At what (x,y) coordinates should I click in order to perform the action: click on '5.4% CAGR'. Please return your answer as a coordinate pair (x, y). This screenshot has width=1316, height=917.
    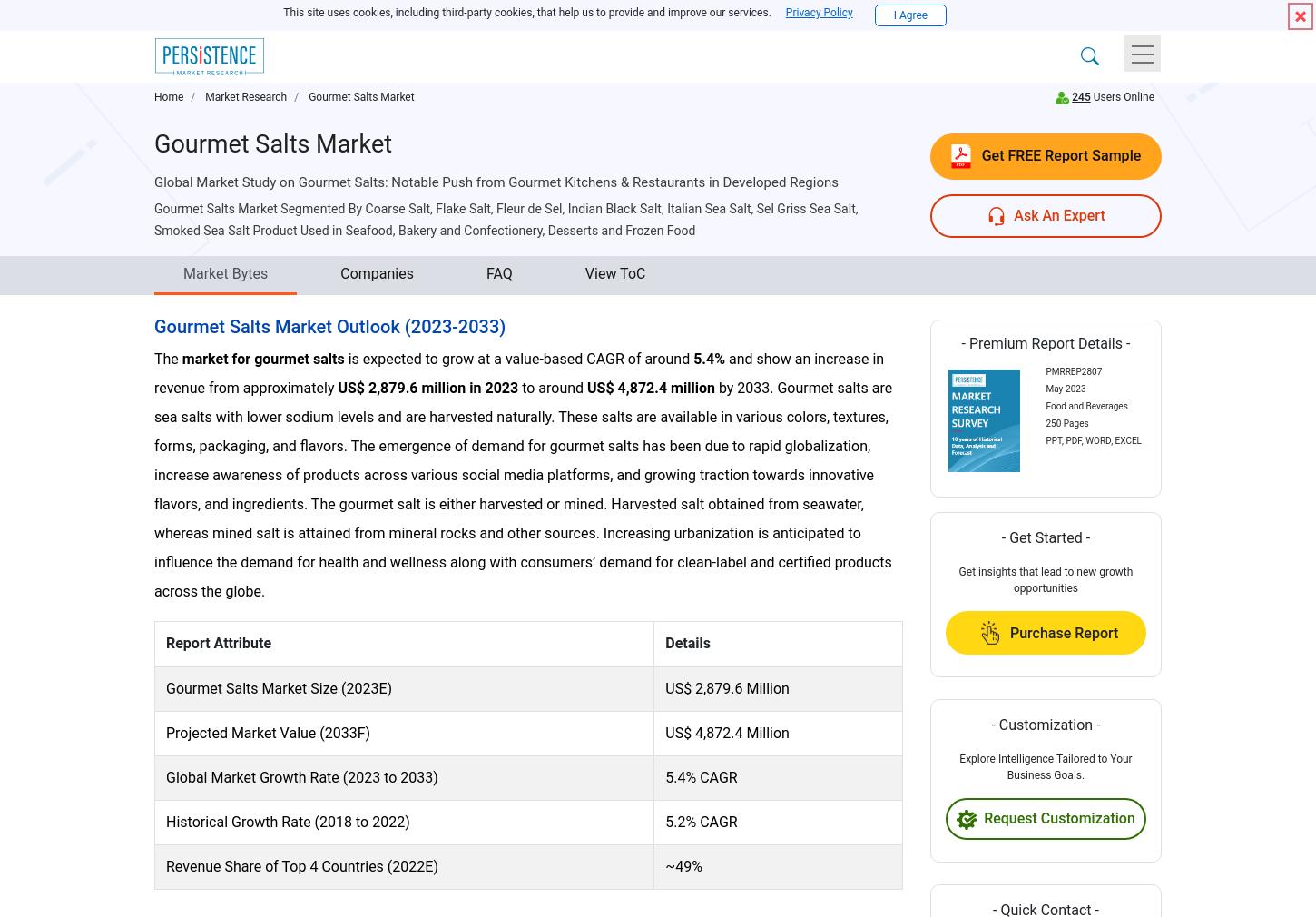
    Looking at the image, I should click on (664, 776).